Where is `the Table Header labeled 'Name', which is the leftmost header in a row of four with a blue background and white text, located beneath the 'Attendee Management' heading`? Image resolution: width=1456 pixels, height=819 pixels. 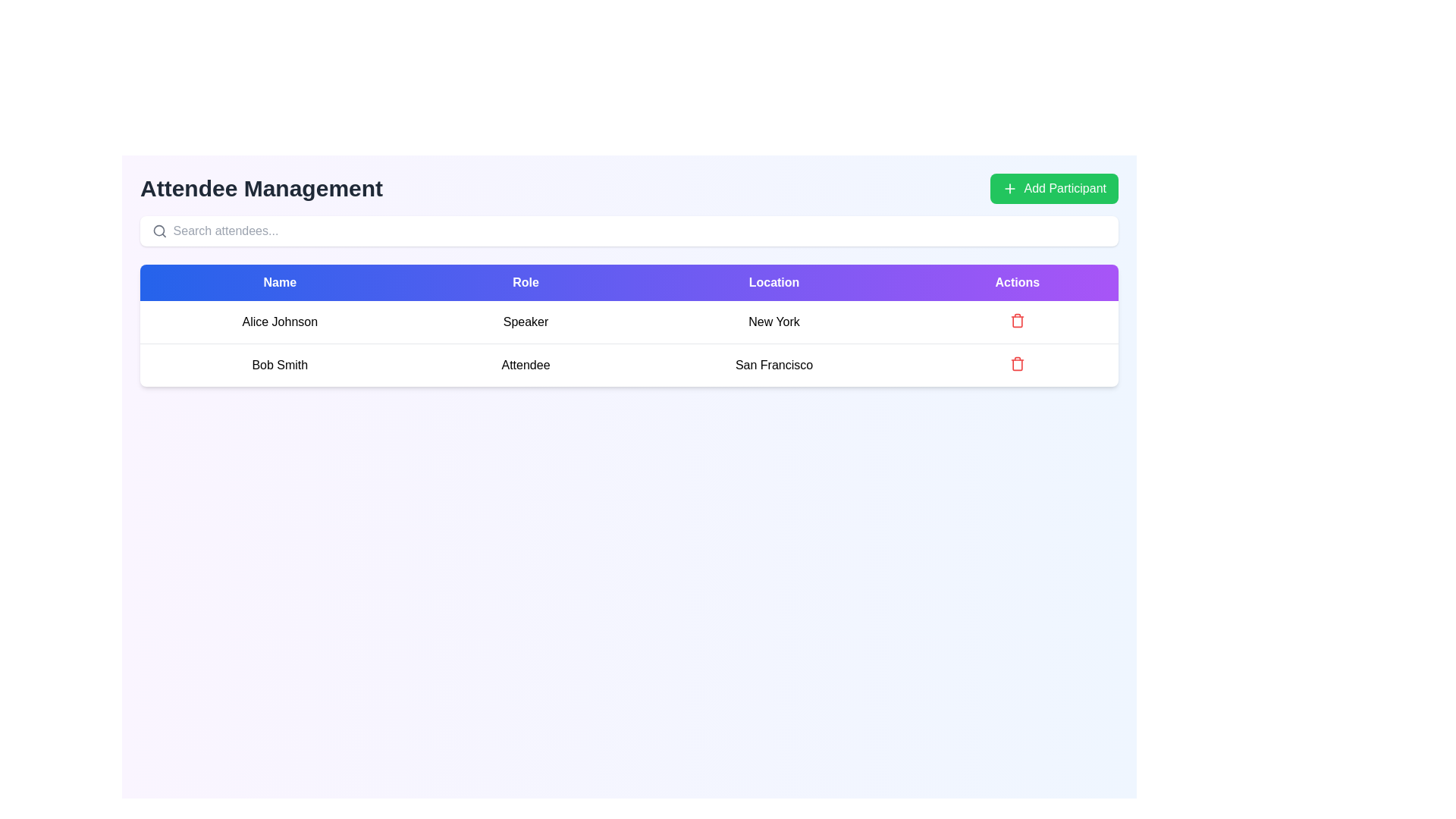 the Table Header labeled 'Name', which is the leftmost header in a row of four with a blue background and white text, located beneath the 'Attendee Management' heading is located at coordinates (280, 283).